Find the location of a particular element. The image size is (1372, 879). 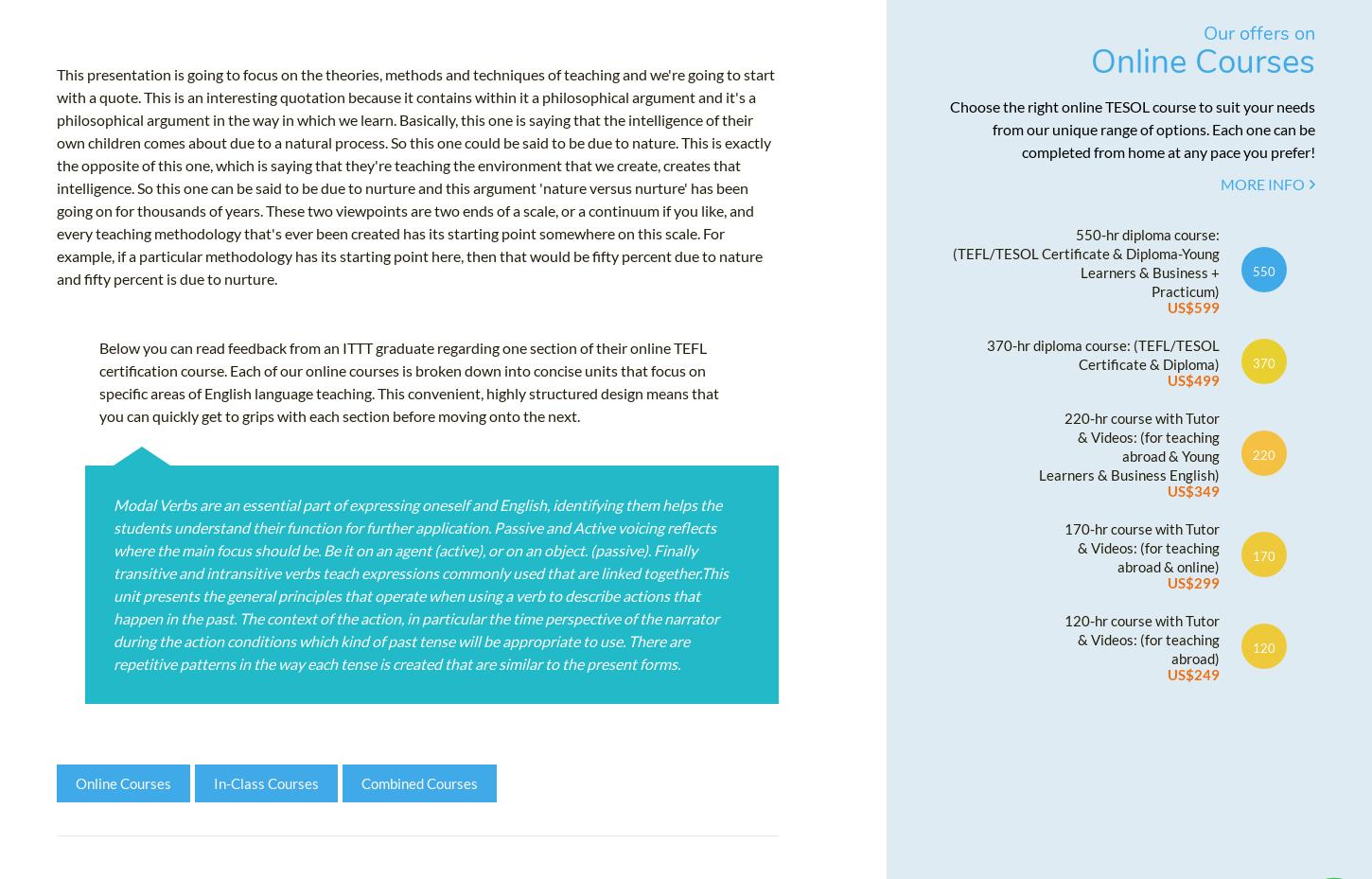

'US$249' is located at coordinates (1192, 681).